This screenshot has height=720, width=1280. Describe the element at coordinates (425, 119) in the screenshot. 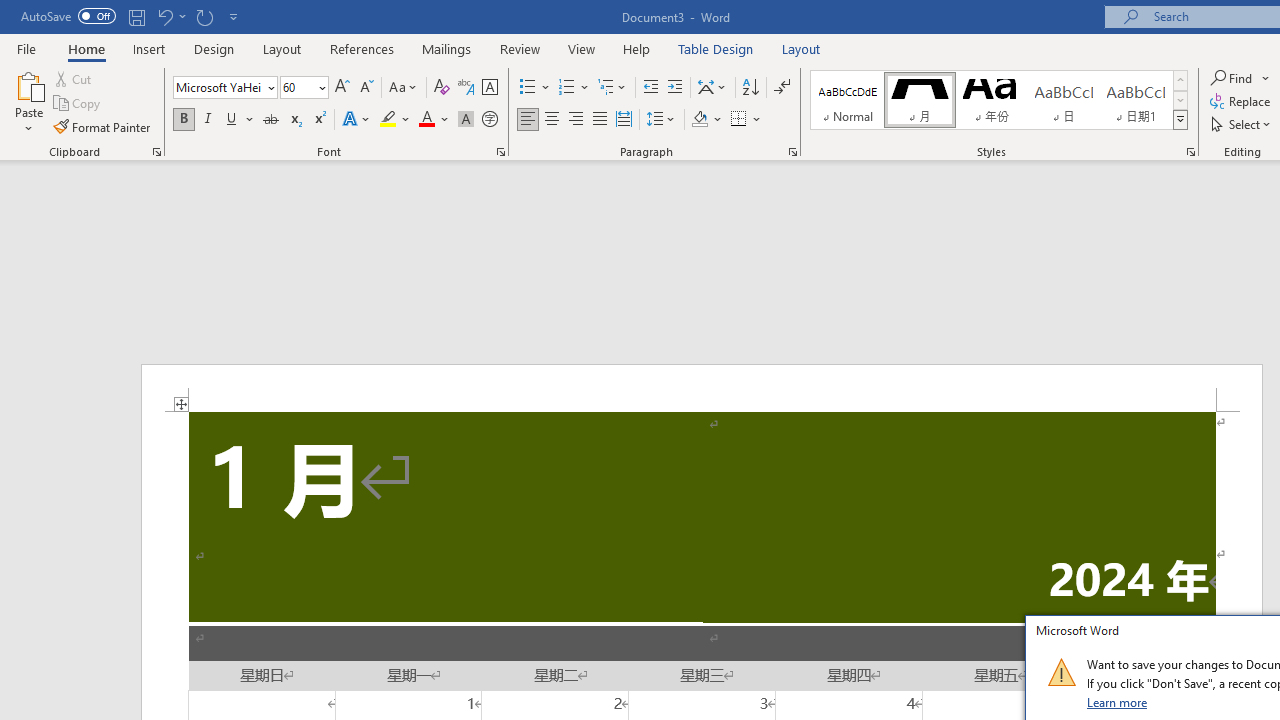

I see `'Font Color RGB(255, 0, 0)'` at that location.